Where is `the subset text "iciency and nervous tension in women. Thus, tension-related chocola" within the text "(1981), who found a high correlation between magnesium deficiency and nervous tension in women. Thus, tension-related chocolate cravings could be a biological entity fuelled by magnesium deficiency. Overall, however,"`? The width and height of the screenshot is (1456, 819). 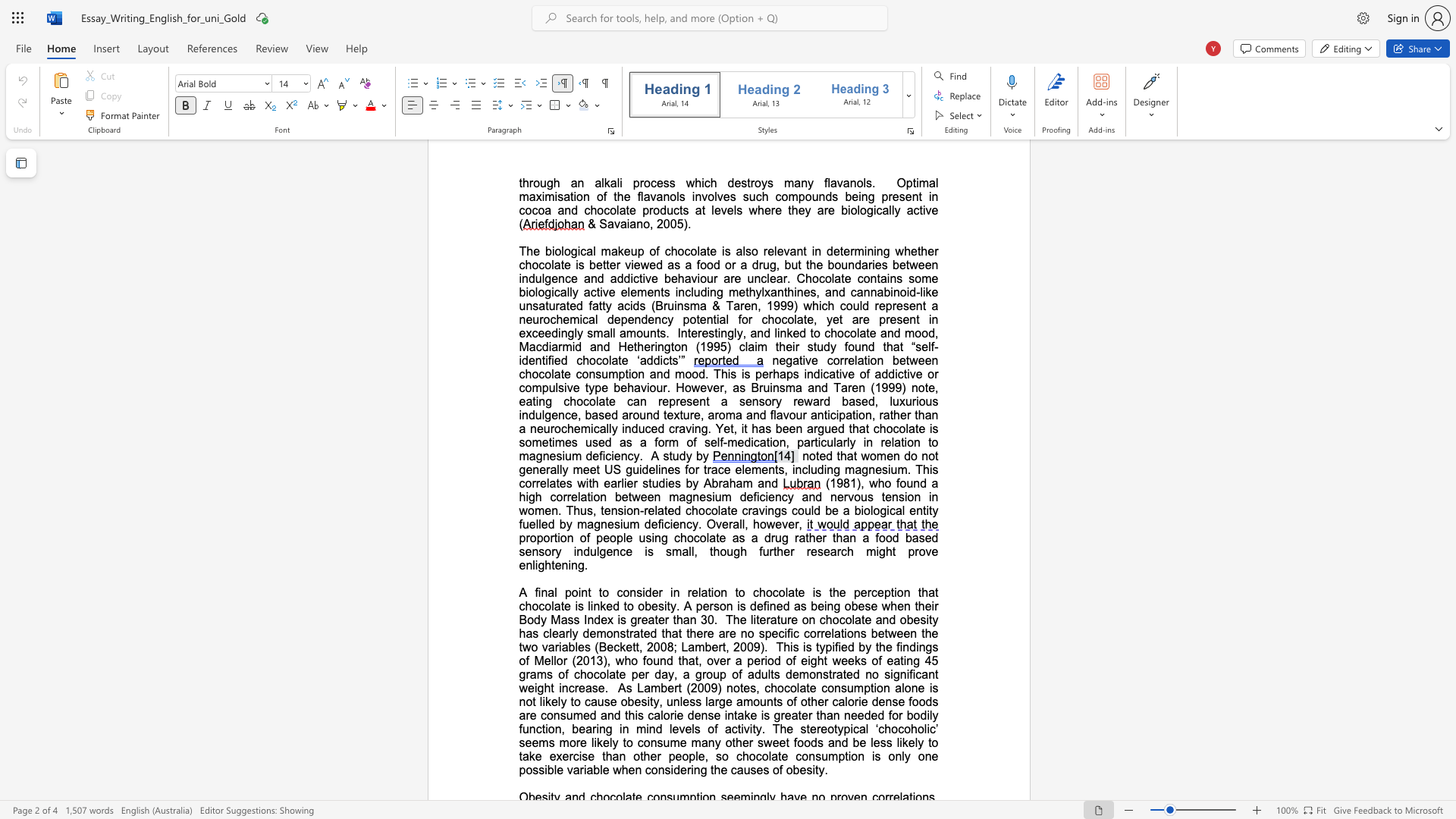 the subset text "iciency and nervous tension in women. Thus, tension-related chocola" within the text "(1981), who found a high correlation between magnesium deficiency and nervous tension in women. Thus, tension-related chocolate cravings could be a biological entity fuelled by magnesium deficiency. Overall, however," is located at coordinates (756, 497).